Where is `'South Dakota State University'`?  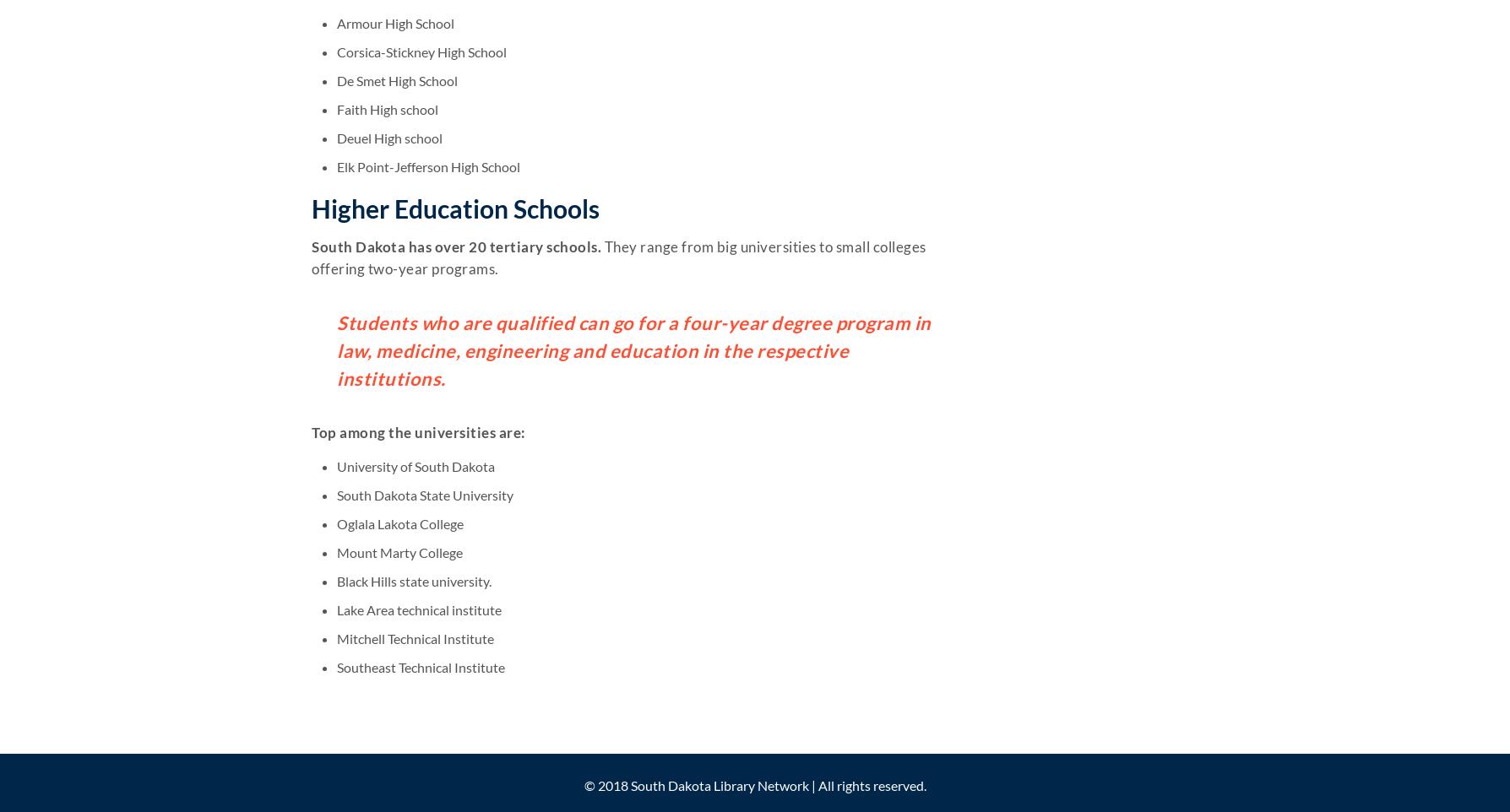
'South Dakota State University' is located at coordinates (336, 493).